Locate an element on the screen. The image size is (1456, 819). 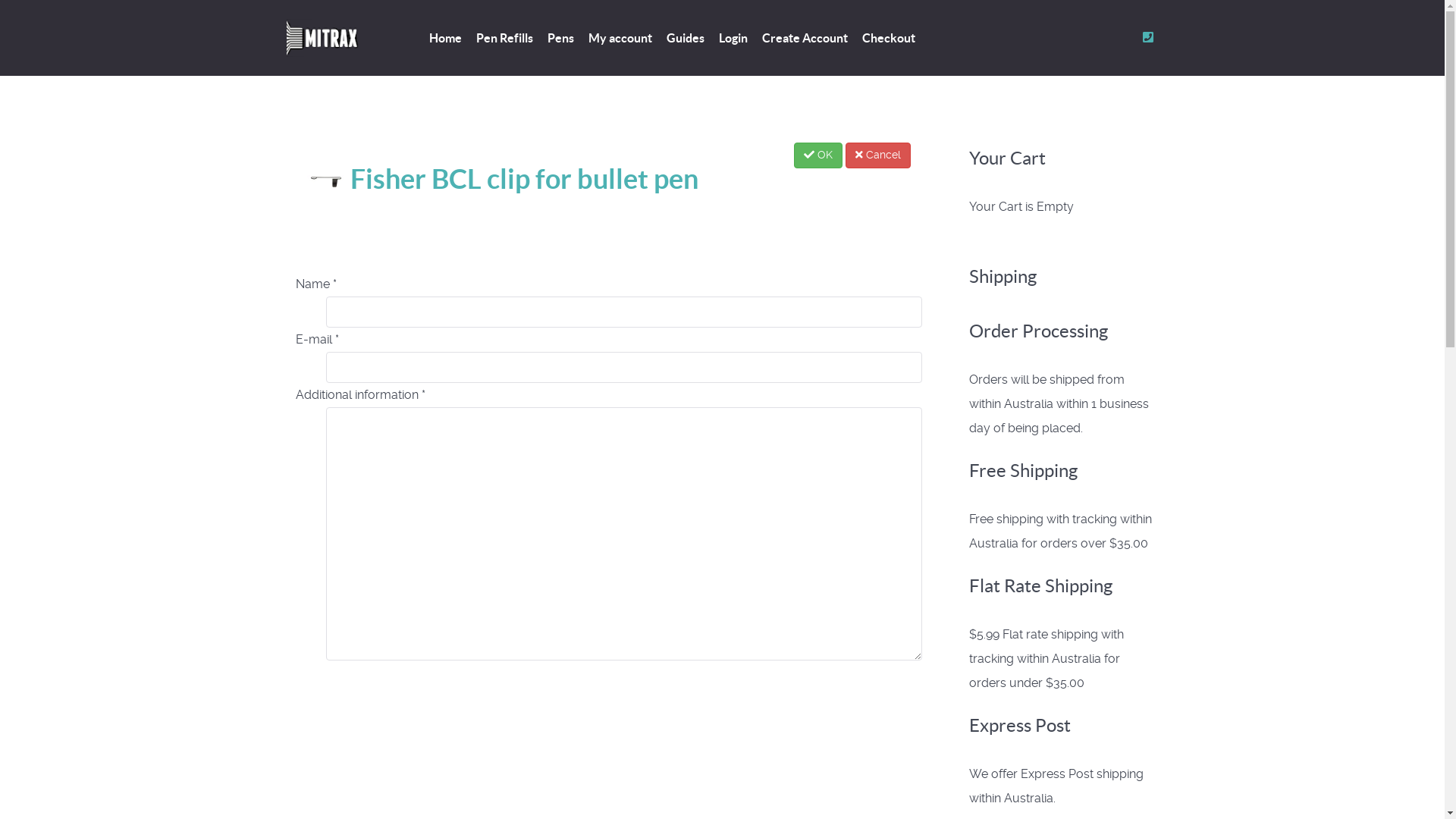
'Pen Refills' is located at coordinates (475, 38).